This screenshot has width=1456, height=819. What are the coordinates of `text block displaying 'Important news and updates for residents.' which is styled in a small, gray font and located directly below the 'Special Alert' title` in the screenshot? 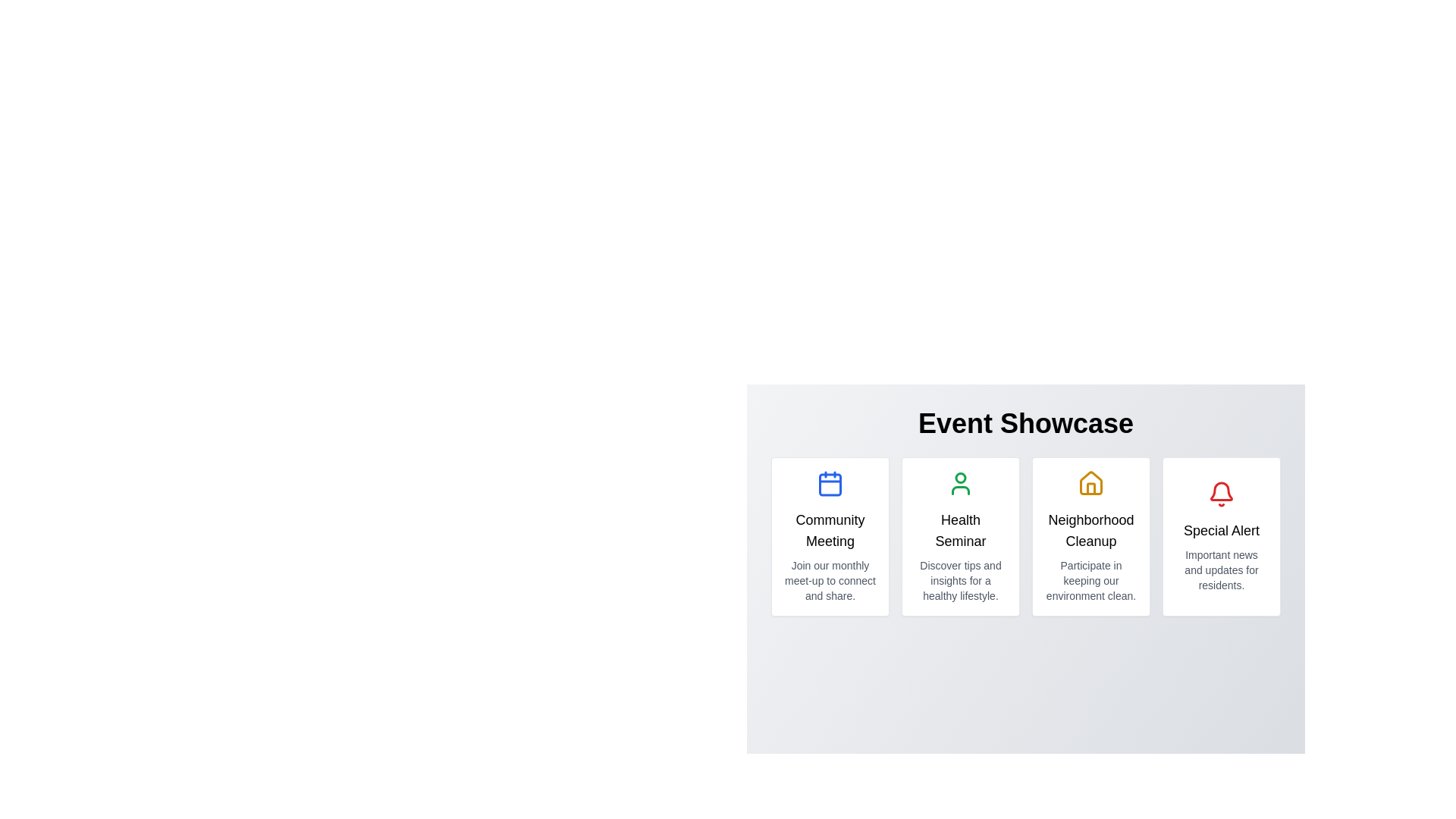 It's located at (1222, 570).